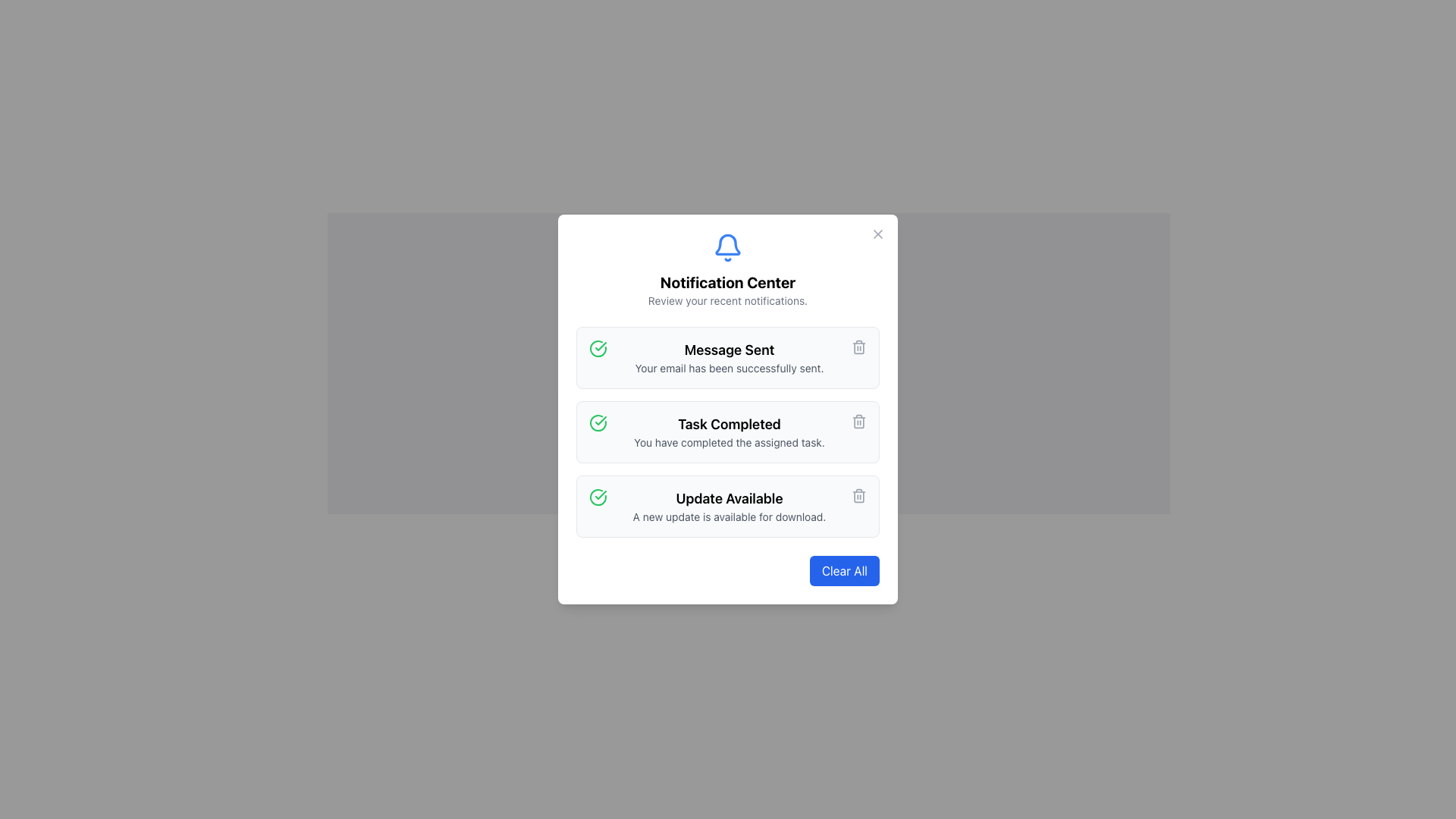 This screenshot has height=819, width=1456. Describe the element at coordinates (728, 506) in the screenshot. I see `the contents of the 'Update Available' notification card located in the Notification Center panel, which is the third item in the list of notifications` at that location.